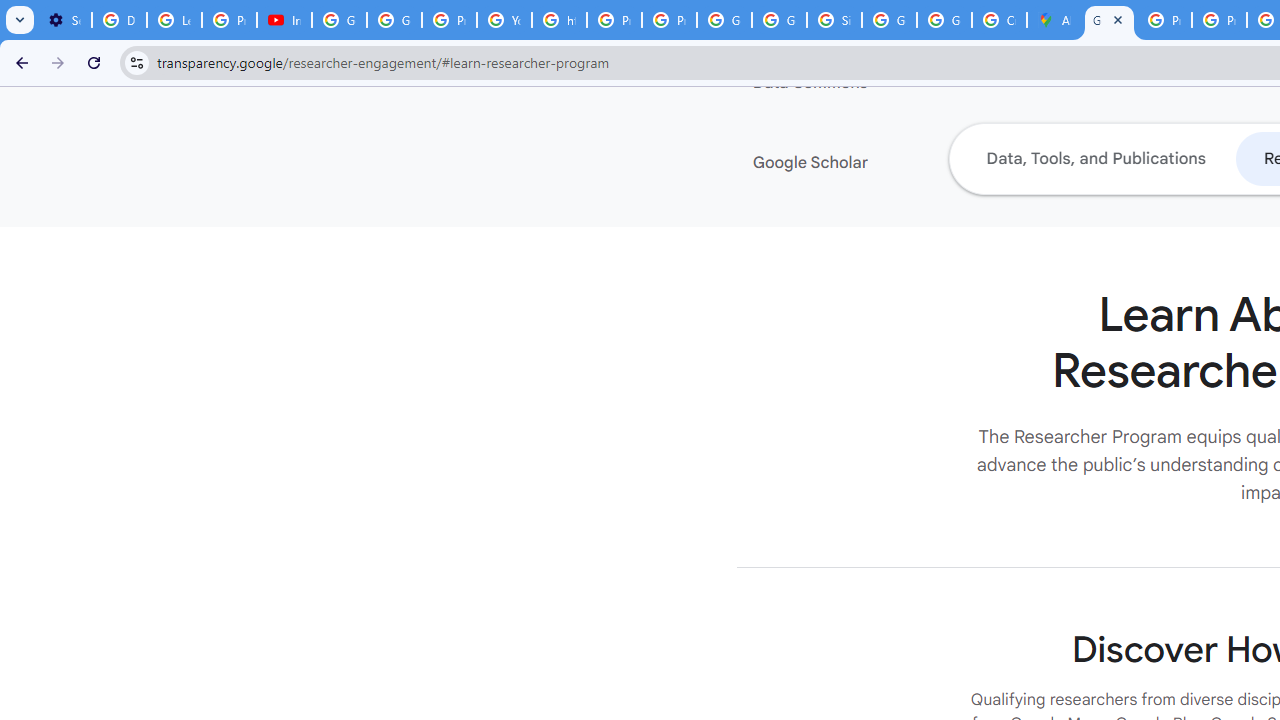  I want to click on 'Settings - Performance', so click(64, 20).